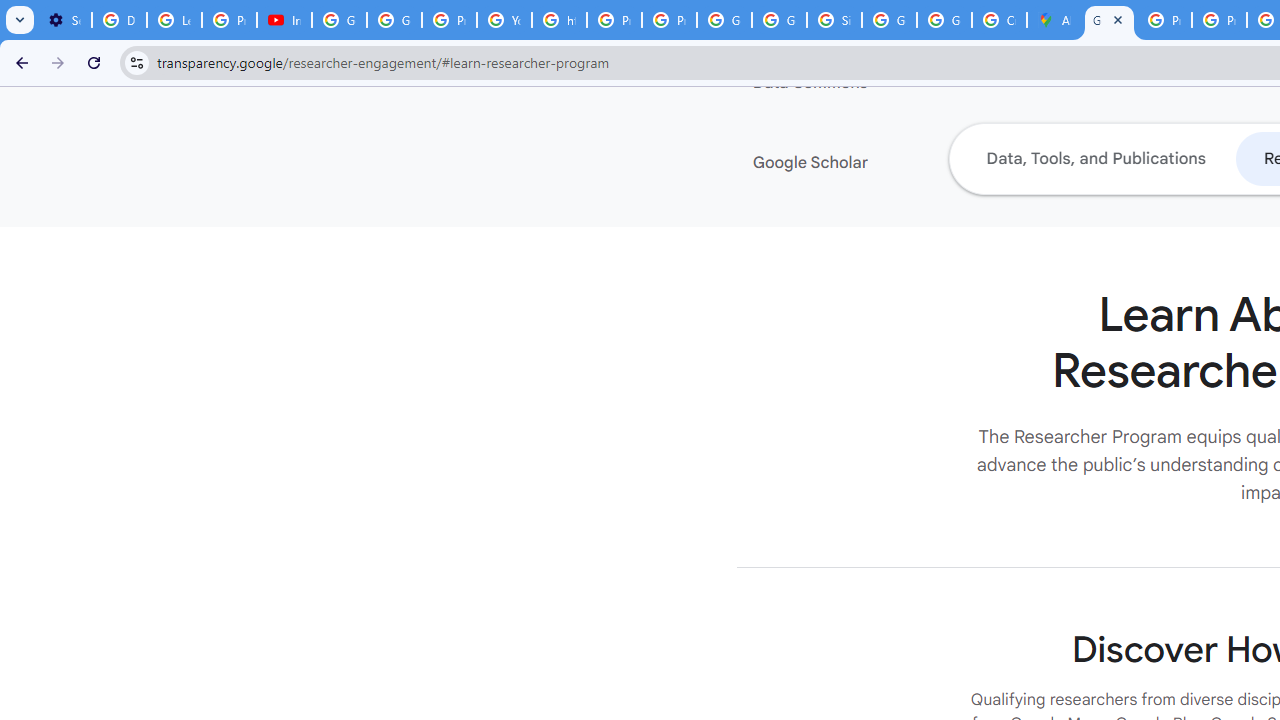  I want to click on 'Settings - Performance', so click(64, 20).